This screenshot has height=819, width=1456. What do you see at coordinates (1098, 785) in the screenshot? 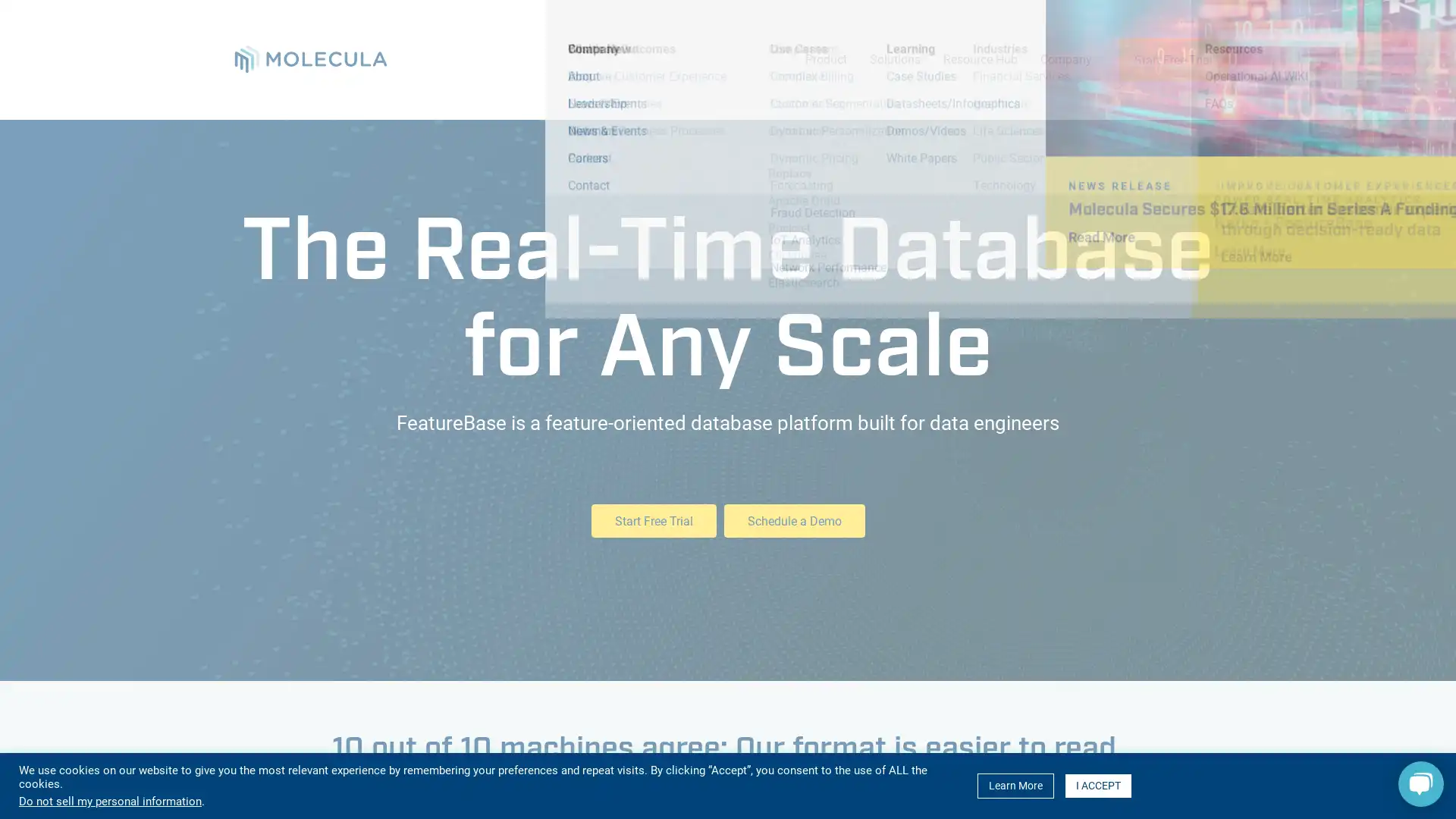
I see `I ACCEPT` at bounding box center [1098, 785].